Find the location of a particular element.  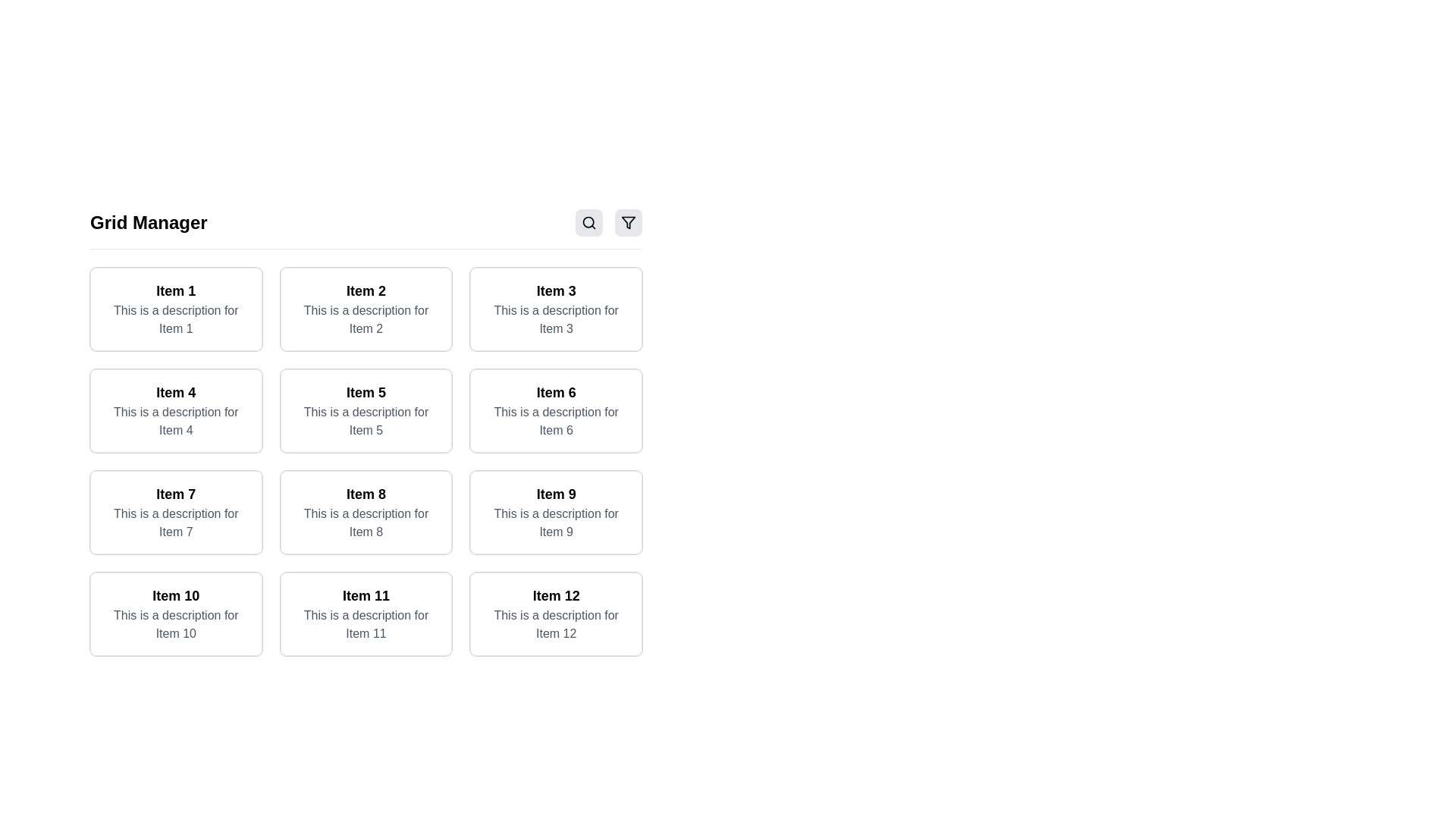

descriptive text label providing additional information about 'Item 6' located below the text 'Item 6' in the sixth grid item of a 4x3 layout is located at coordinates (555, 421).